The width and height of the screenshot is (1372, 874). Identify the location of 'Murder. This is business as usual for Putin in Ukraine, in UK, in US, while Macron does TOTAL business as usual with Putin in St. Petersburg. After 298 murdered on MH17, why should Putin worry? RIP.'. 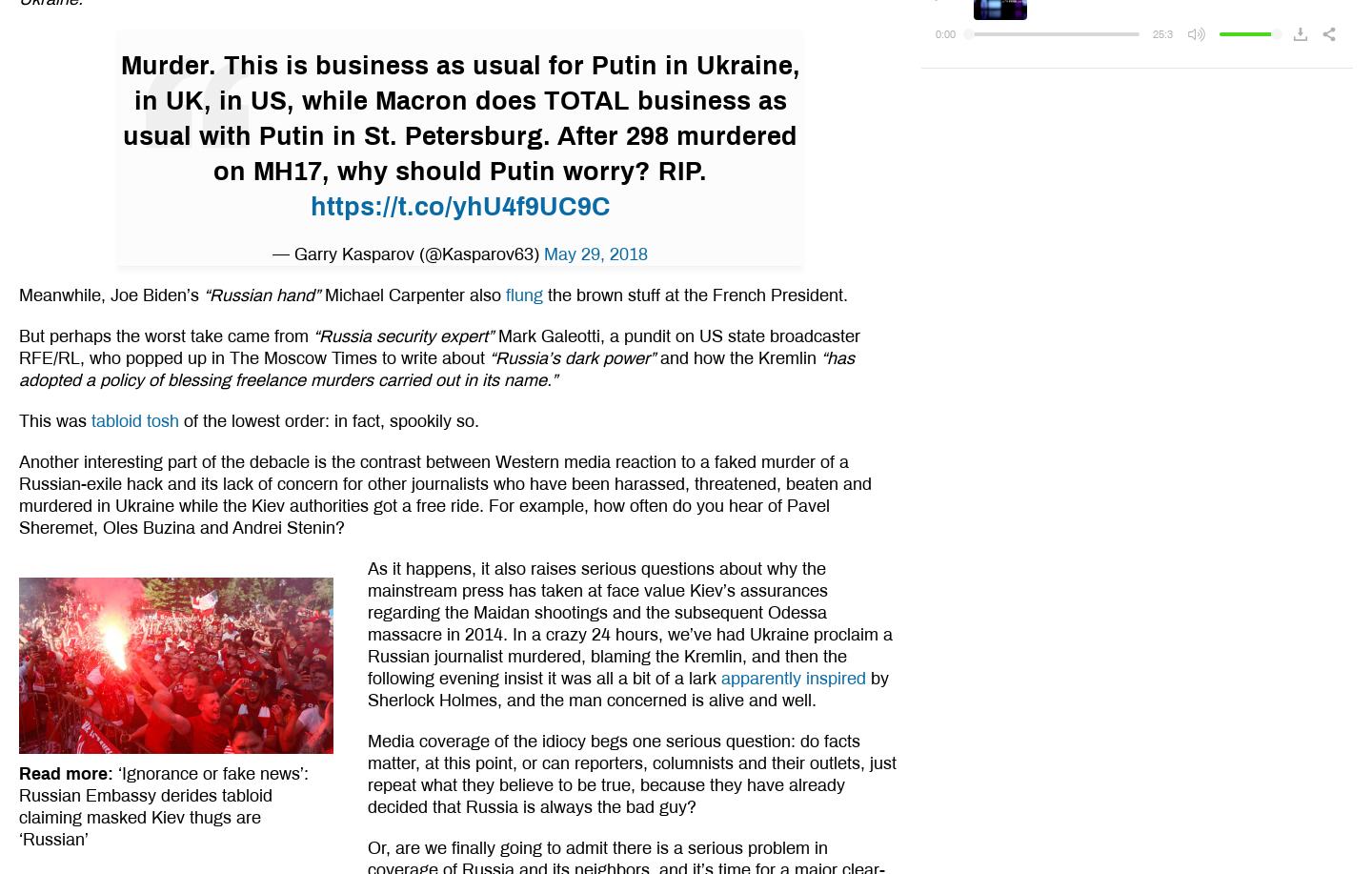
(458, 116).